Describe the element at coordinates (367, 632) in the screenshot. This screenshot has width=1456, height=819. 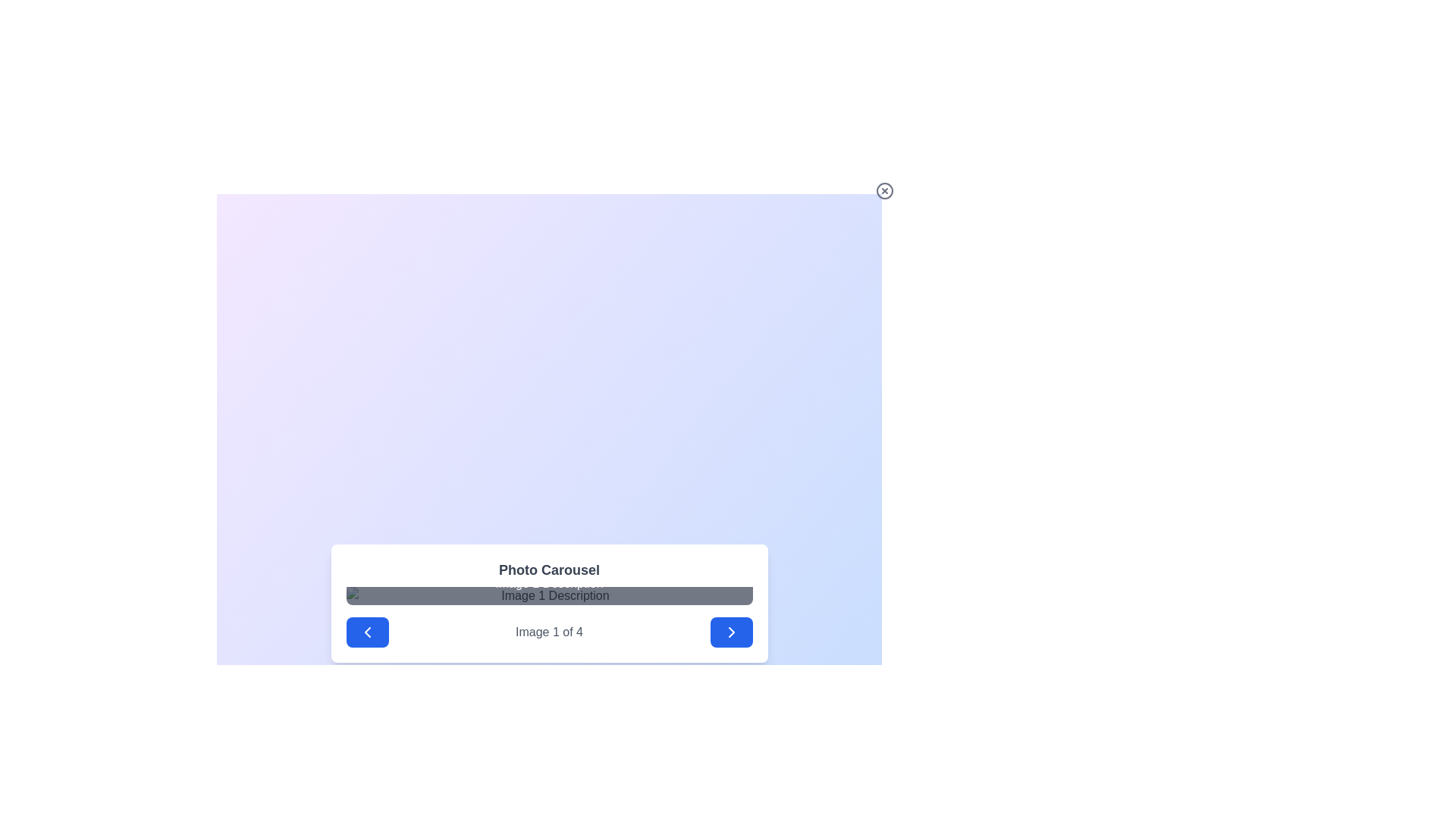
I see `the Chevron left icon located inside the blue circular button at the bottom-left corner of the photo carousel` at that location.